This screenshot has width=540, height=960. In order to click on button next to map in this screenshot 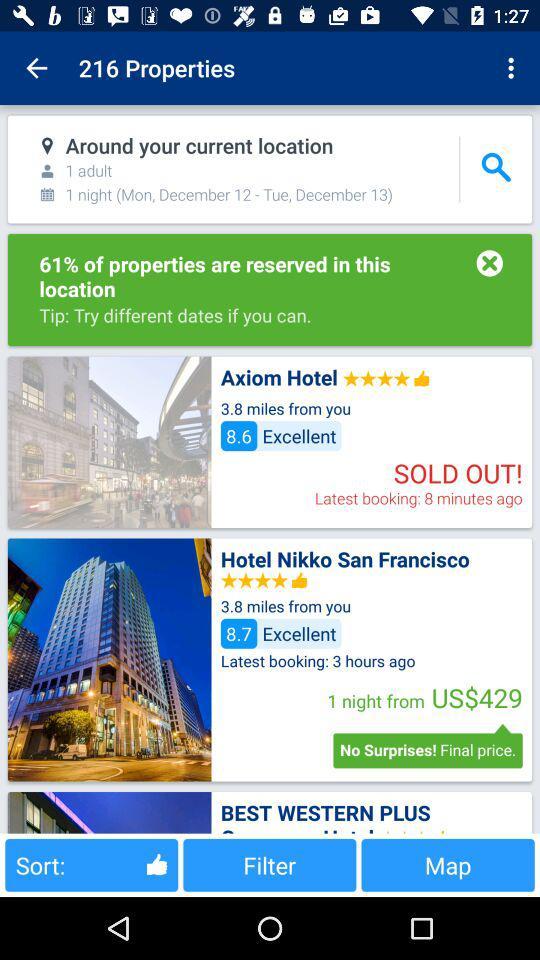, I will do `click(269, 864)`.